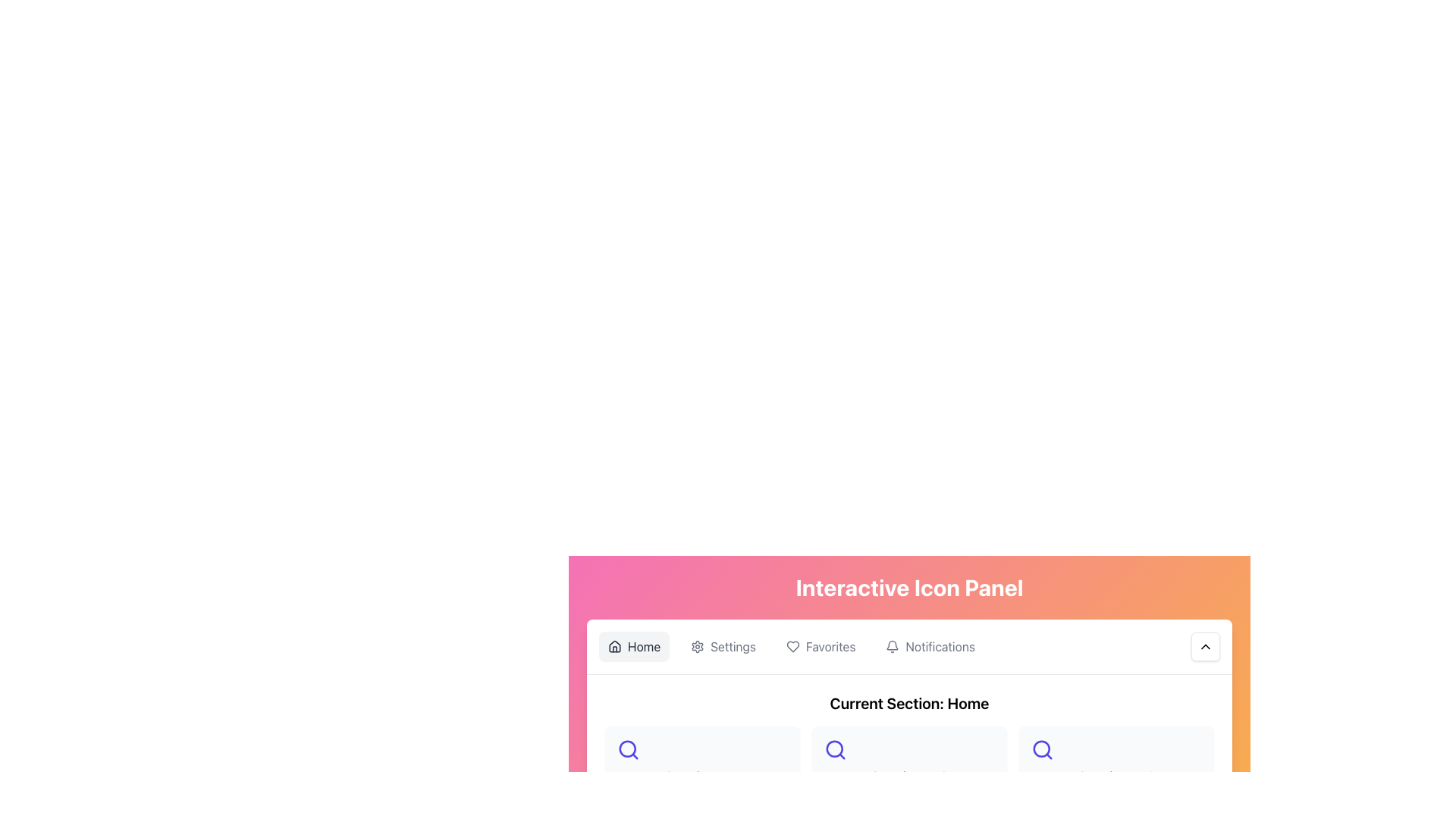 The height and width of the screenshot is (819, 1456). What do you see at coordinates (644, 646) in the screenshot?
I see `the 'Home' label located in the navigation bar, positioned to the right of the house icon` at bounding box center [644, 646].